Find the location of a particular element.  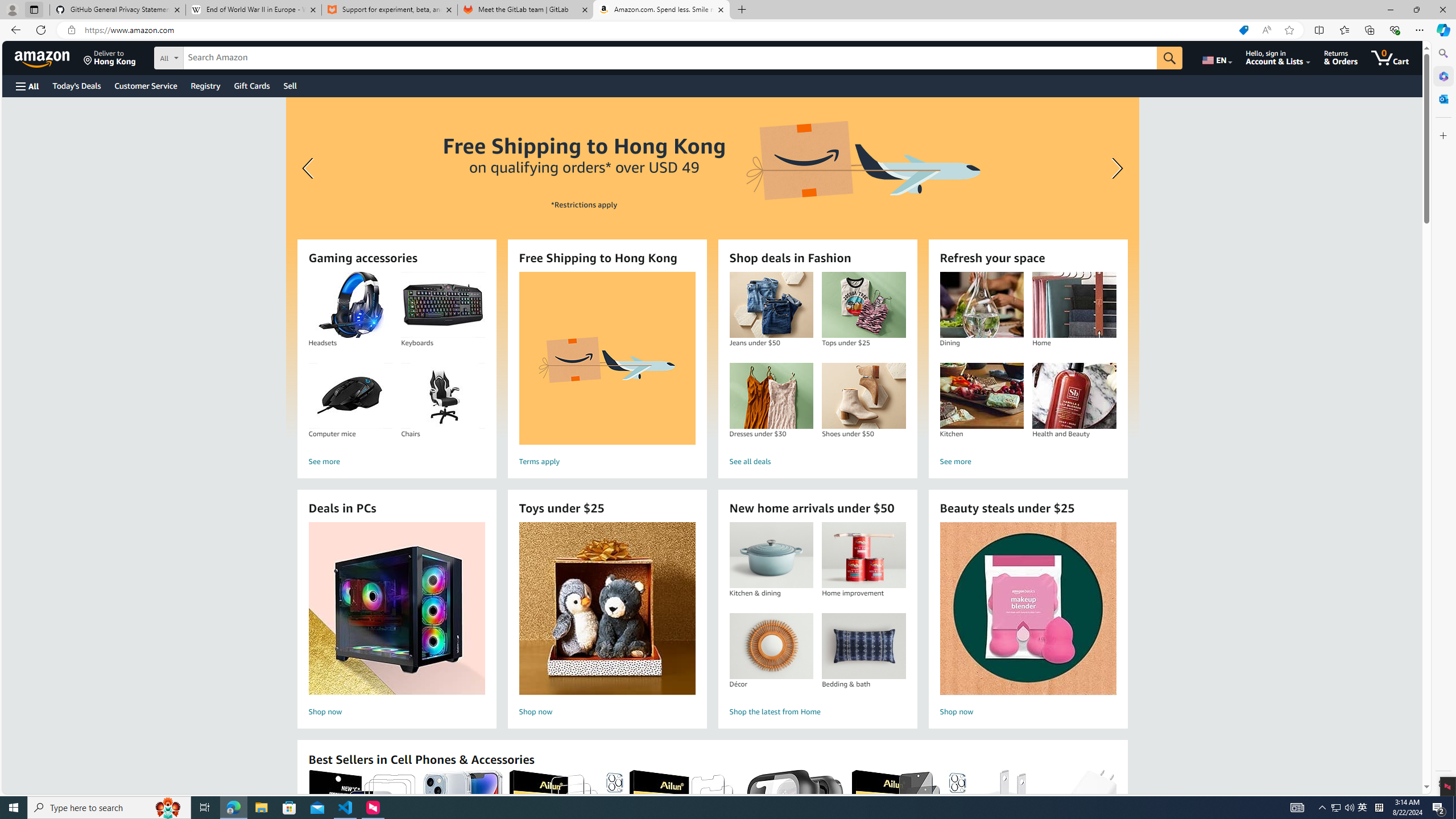

'Dresses under $30' is located at coordinates (770, 396).